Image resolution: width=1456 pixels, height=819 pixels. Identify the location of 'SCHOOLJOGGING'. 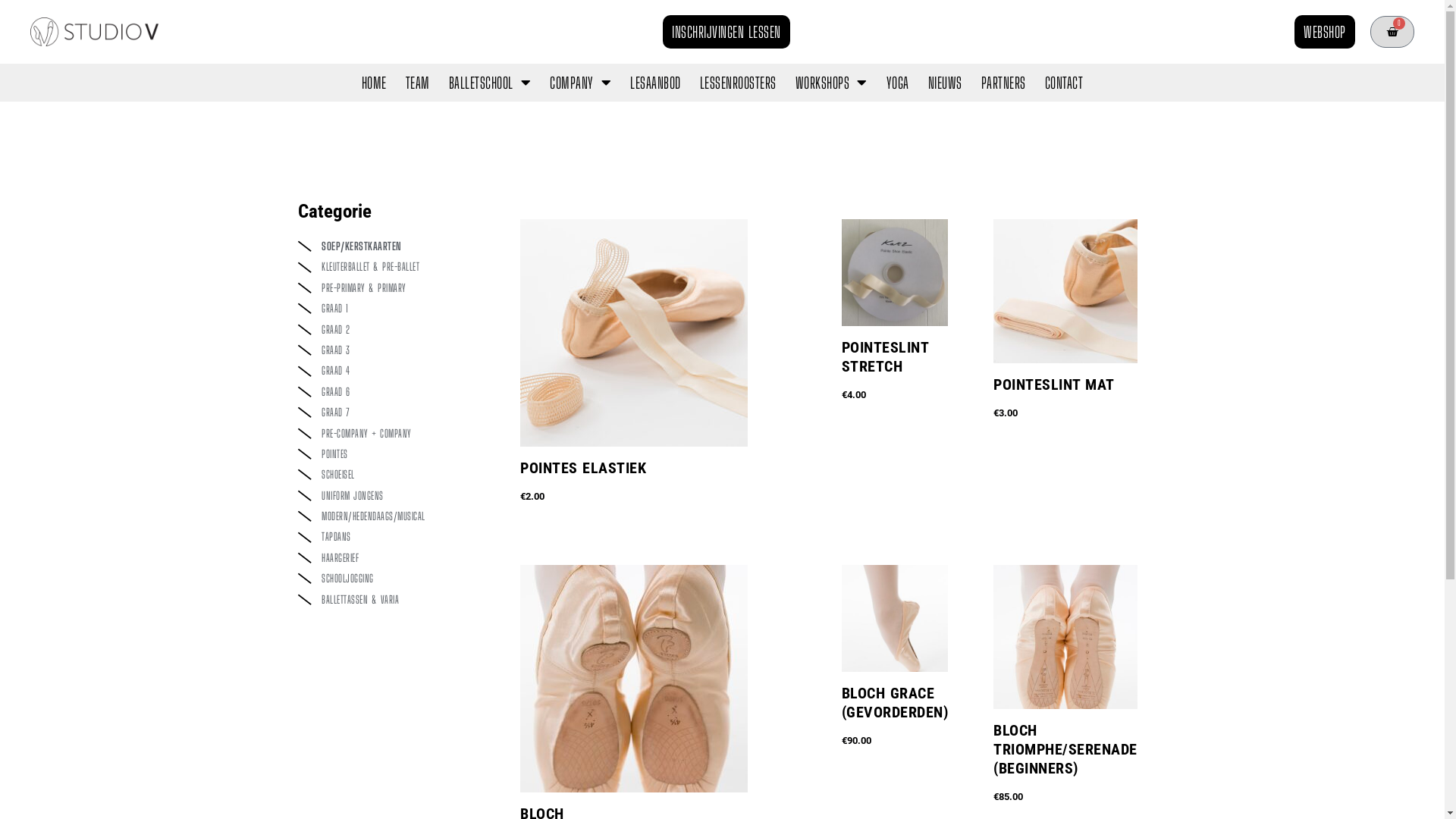
(393, 579).